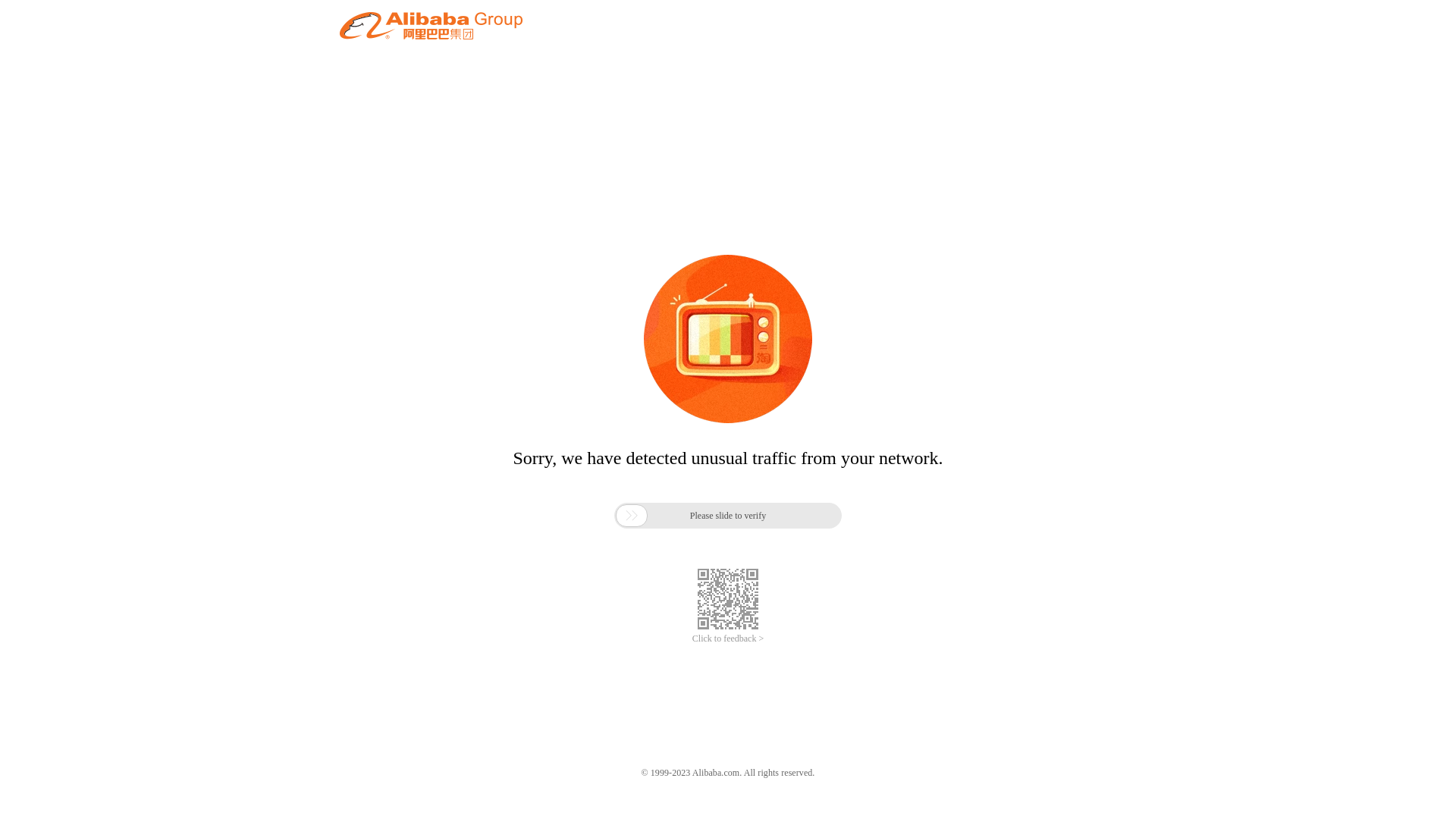 This screenshot has width=1456, height=819. What do you see at coordinates (728, 639) in the screenshot?
I see `'Click to feedback >'` at bounding box center [728, 639].